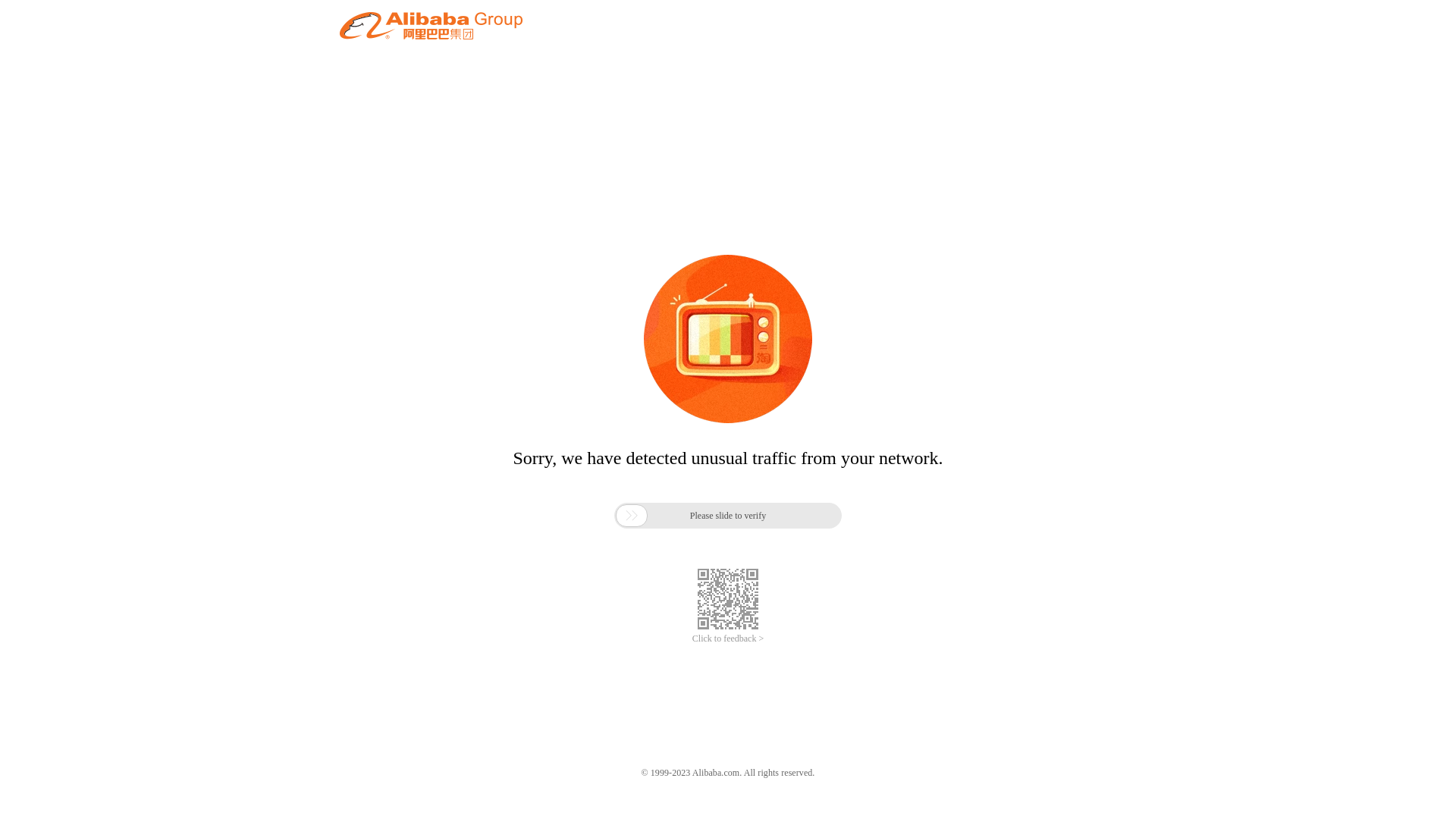 This screenshot has width=1456, height=819. What do you see at coordinates (728, 639) in the screenshot?
I see `'Click to feedback >'` at bounding box center [728, 639].